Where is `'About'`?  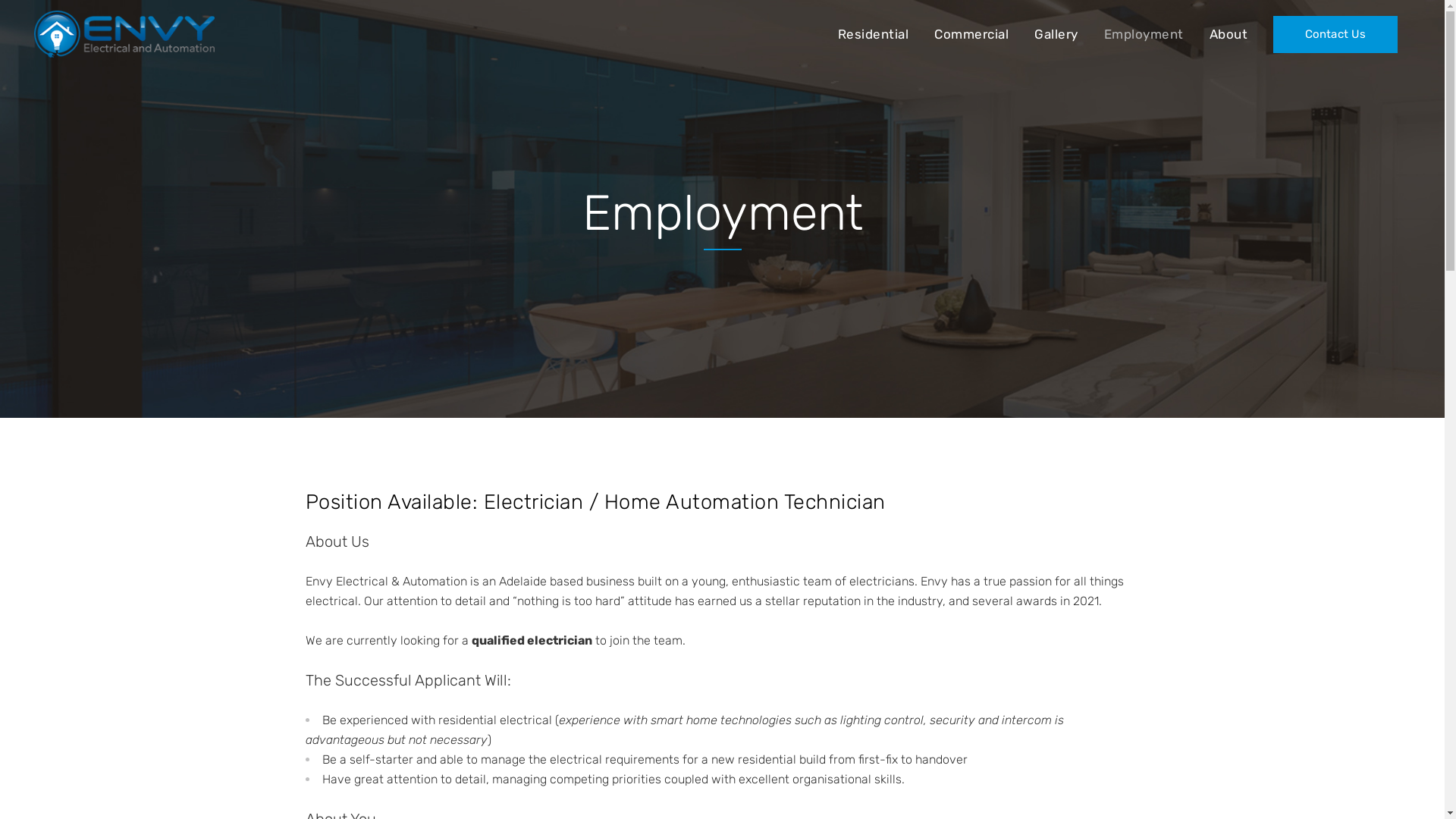 'About' is located at coordinates (1228, 34).